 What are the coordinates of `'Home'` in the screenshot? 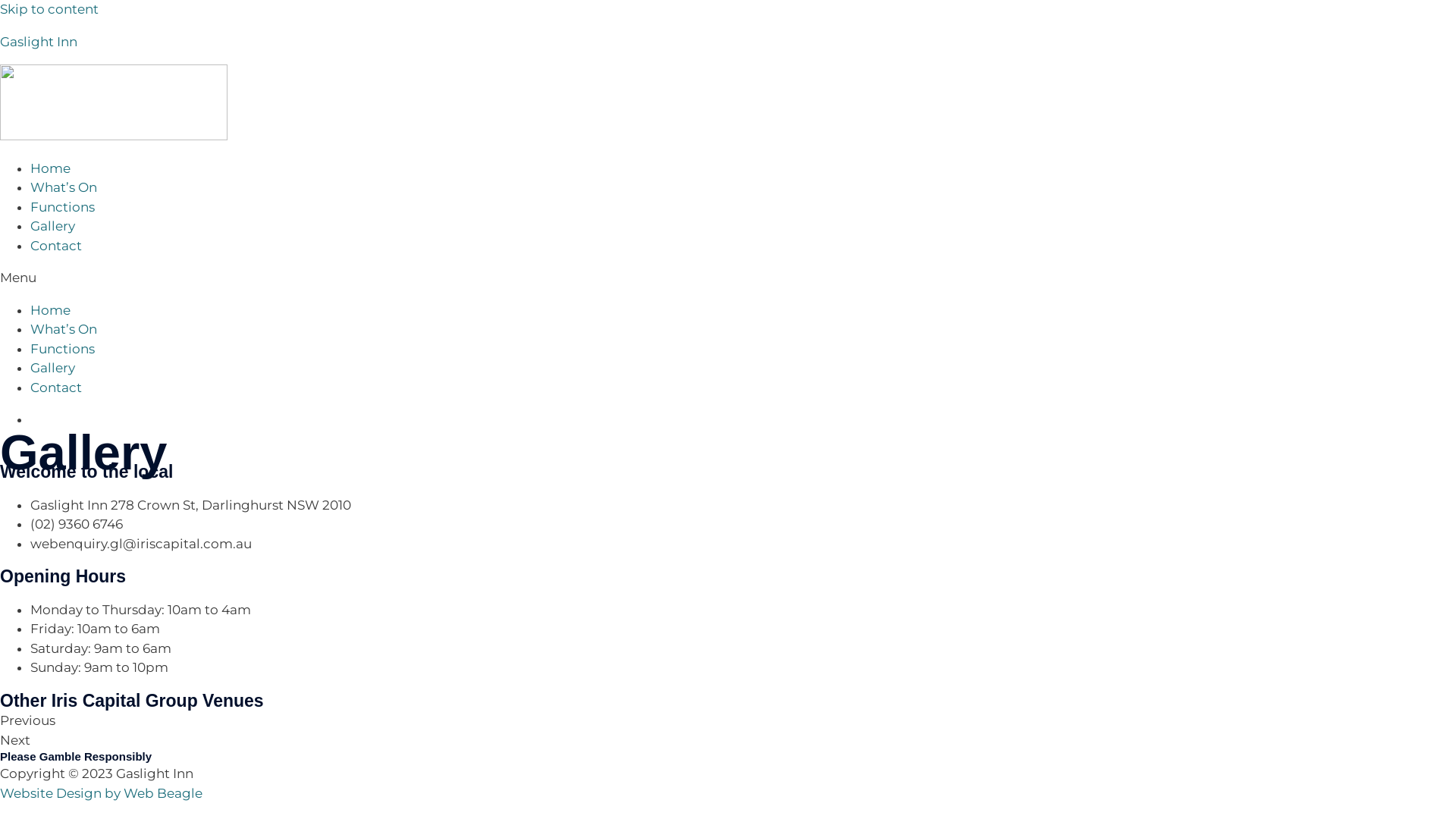 It's located at (50, 168).